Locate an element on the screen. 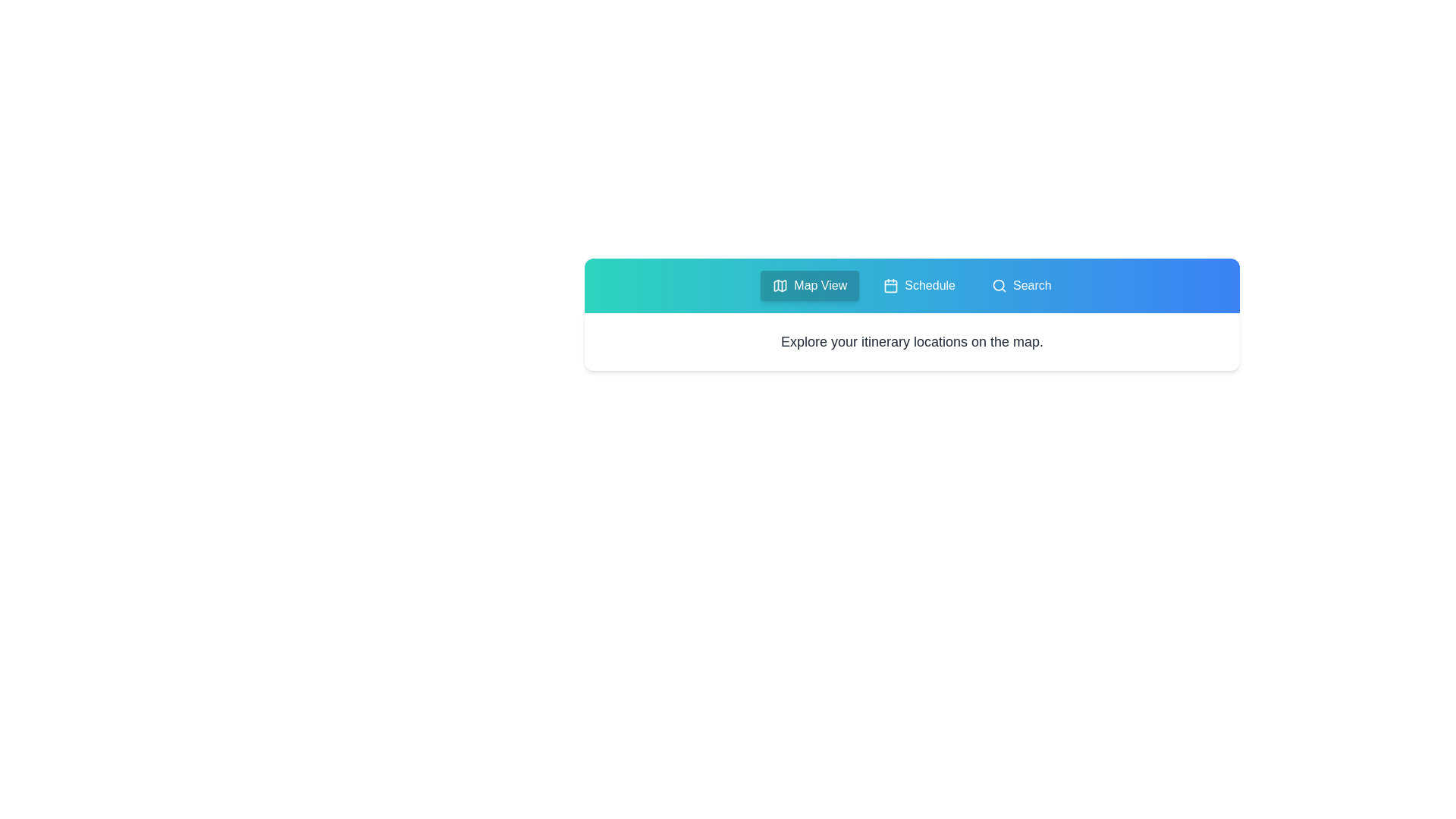 The image size is (1456, 819). the inner part of the search icon, which represents the lens of the magnifying glass, located at the rightmost button in the upper menu bar is located at coordinates (999, 285).